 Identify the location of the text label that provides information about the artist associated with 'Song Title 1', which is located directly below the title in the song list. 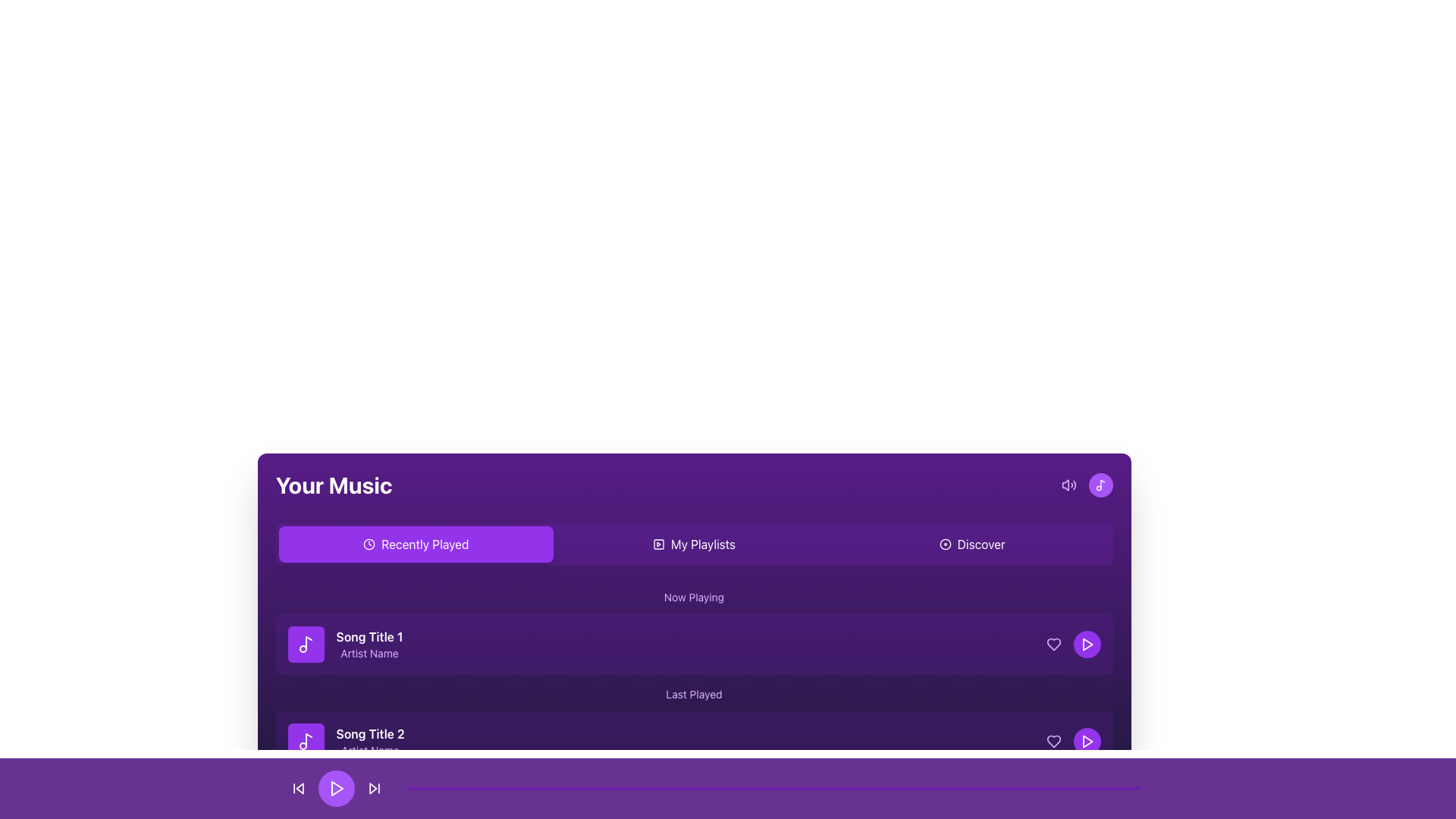
(369, 652).